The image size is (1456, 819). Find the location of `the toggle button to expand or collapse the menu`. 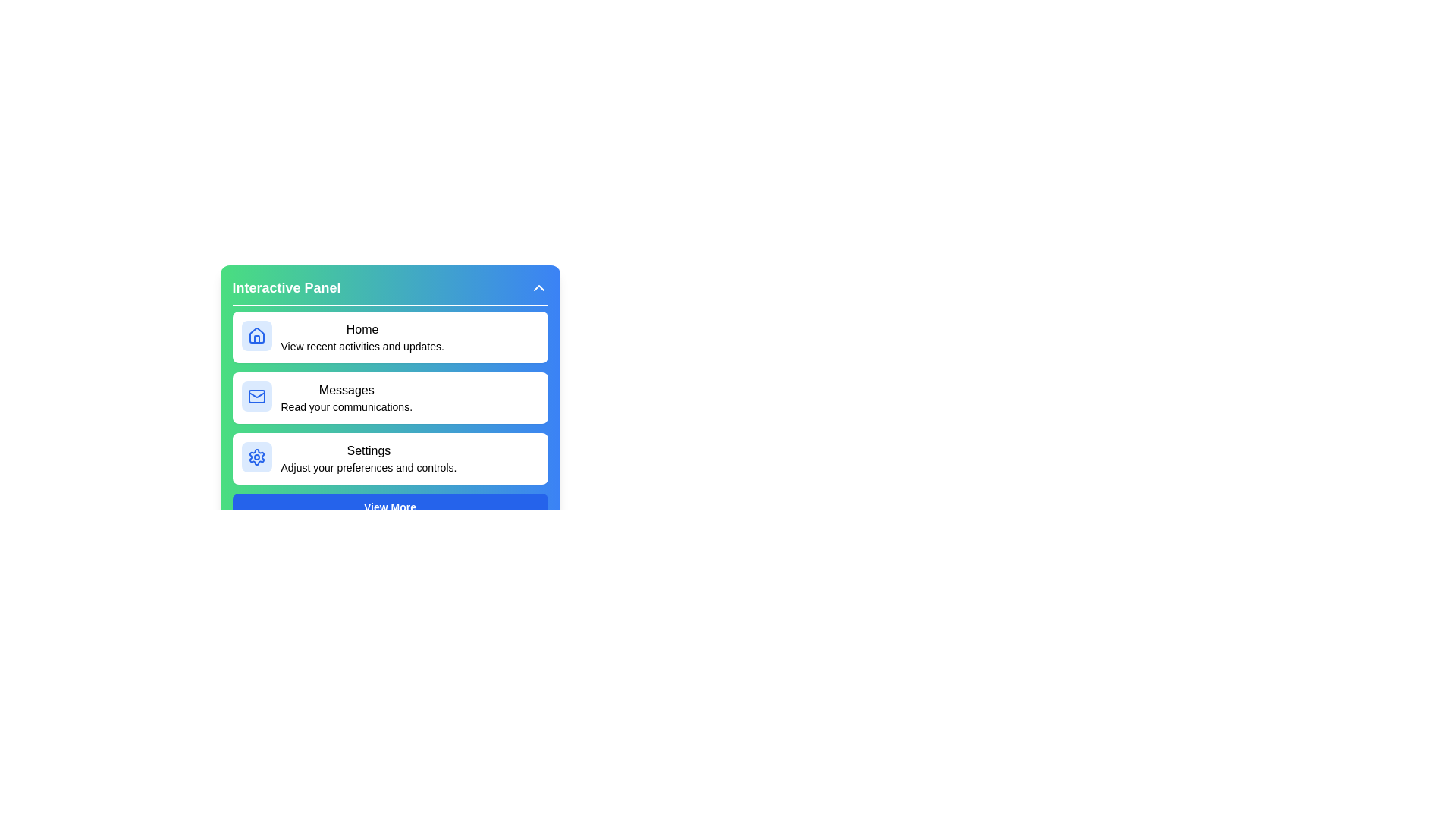

the toggle button to expand or collapse the menu is located at coordinates (538, 288).